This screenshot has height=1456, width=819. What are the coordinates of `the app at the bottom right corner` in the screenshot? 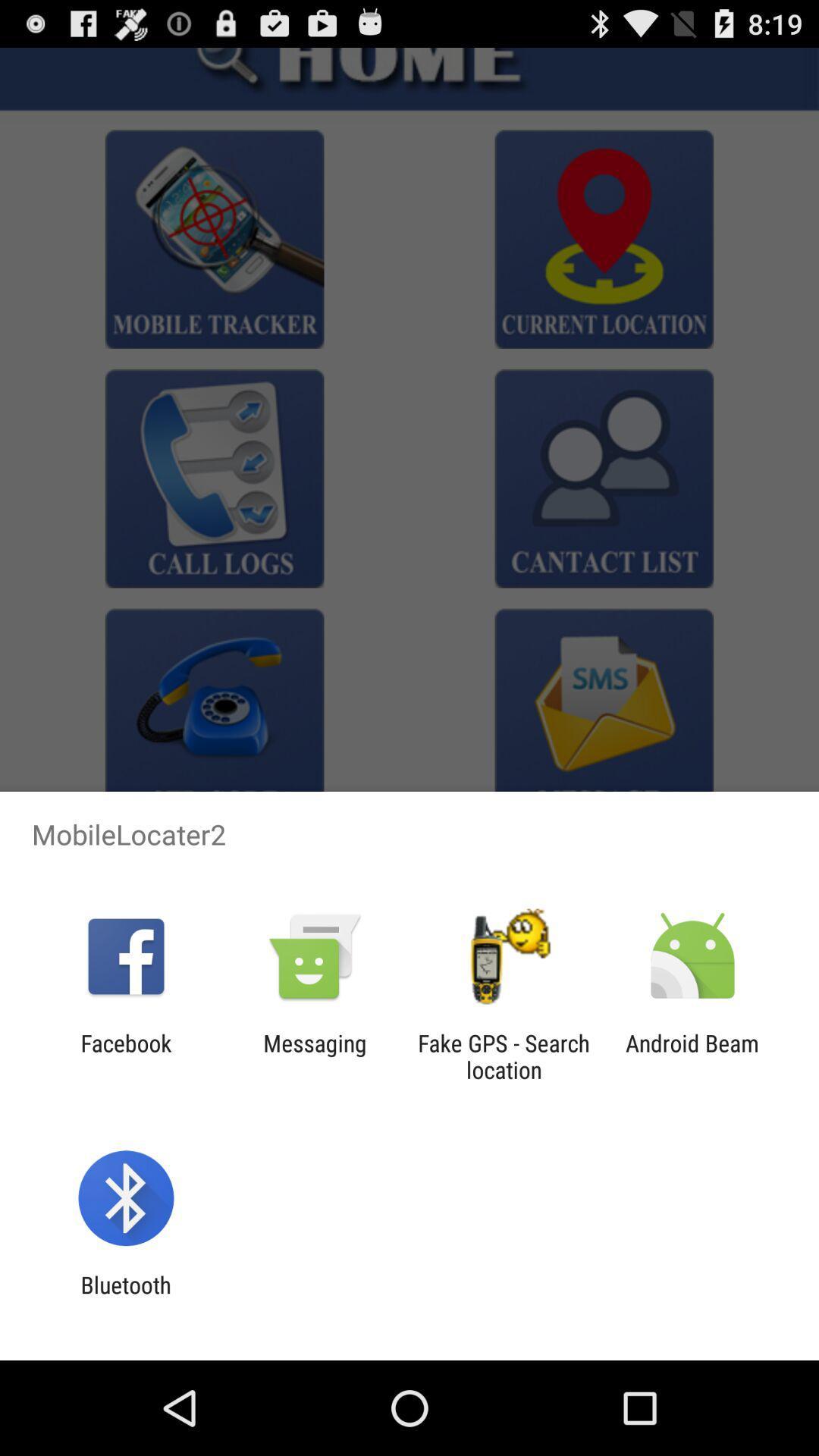 It's located at (692, 1056).